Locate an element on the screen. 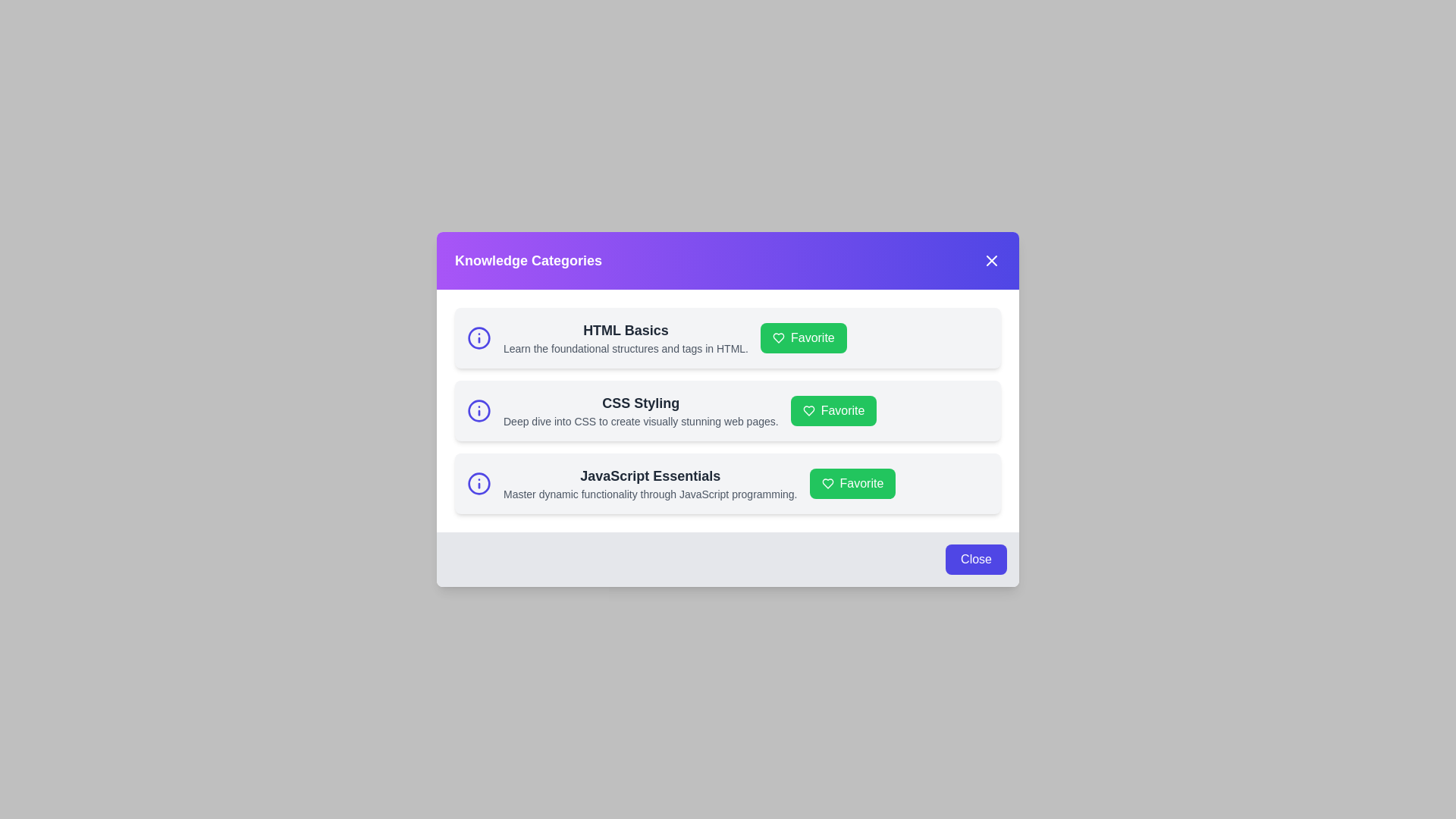 Image resolution: width=1456 pixels, height=819 pixels. the informational icon (SVG graphic) located at the beginning of the 'JavaScript Essentials' card to gather related context is located at coordinates (479, 483).